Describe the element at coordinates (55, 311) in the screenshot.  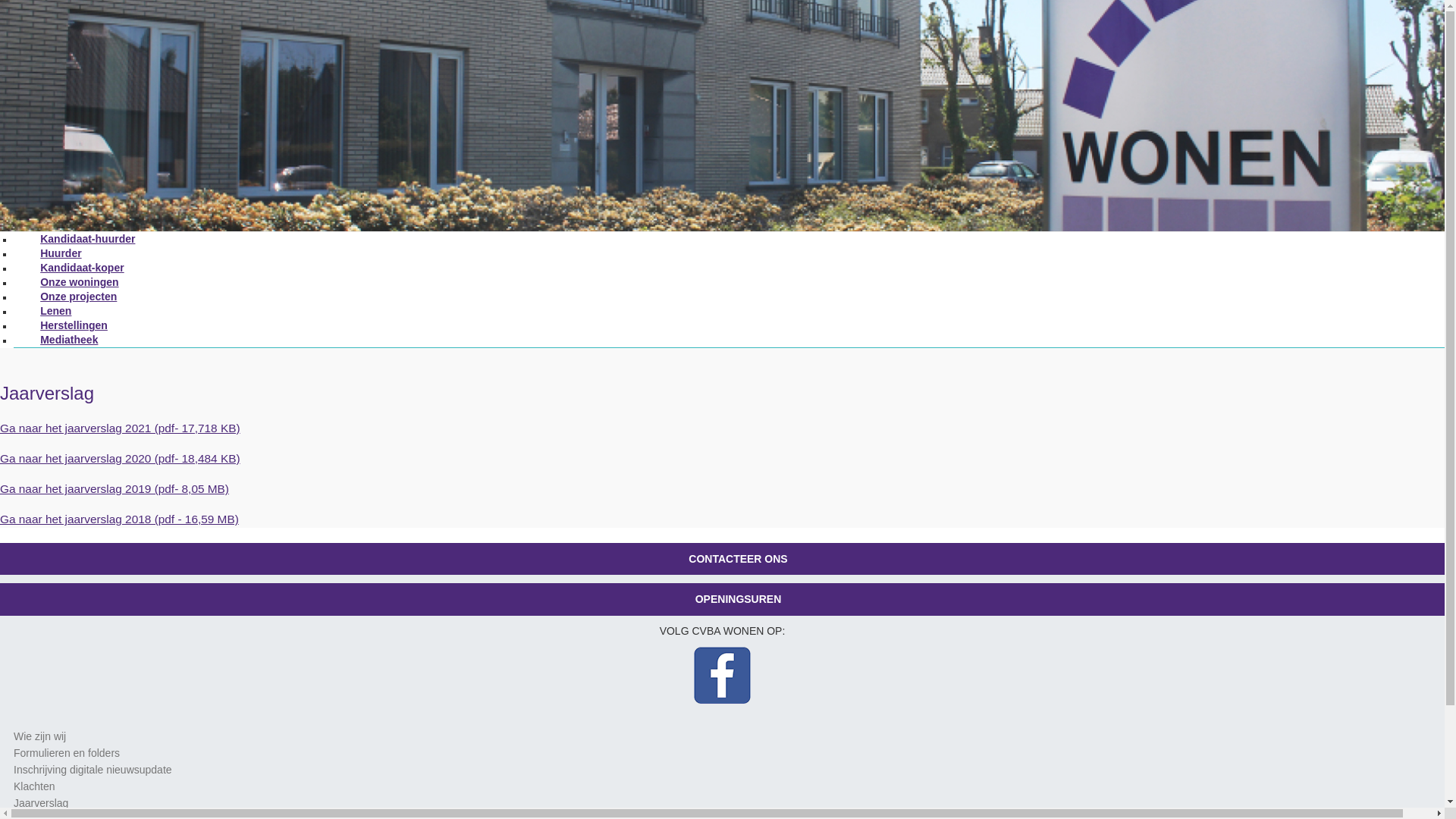
I see `'Lenen'` at that location.